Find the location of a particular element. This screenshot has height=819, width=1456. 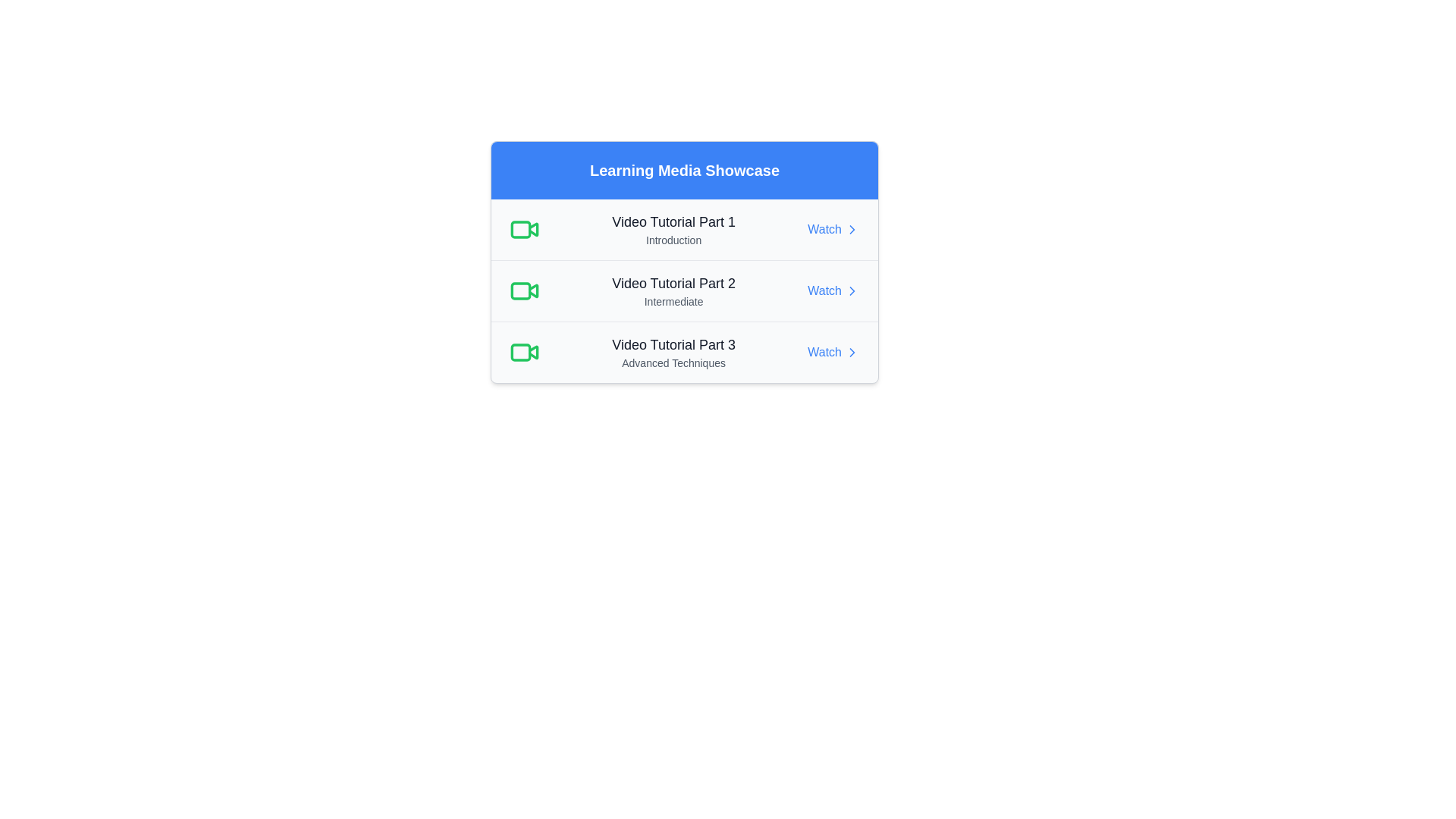

the Chevron Right icon located to the right of the 'Watch' button for the third listed video item under 'Video Tutorial Part 3: Advanced Techniques' is located at coordinates (852, 353).